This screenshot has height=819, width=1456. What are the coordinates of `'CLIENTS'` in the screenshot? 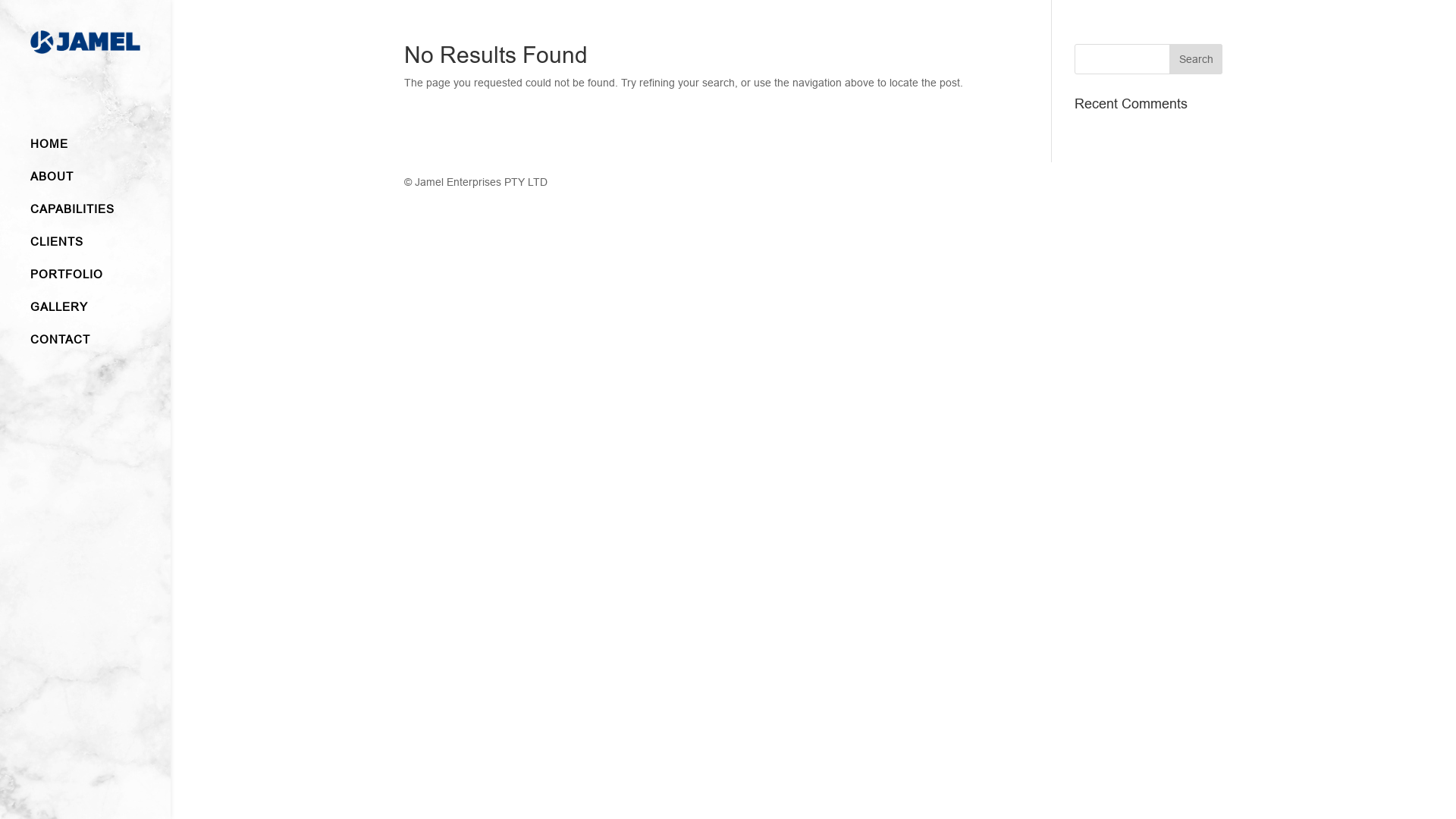 It's located at (99, 248).